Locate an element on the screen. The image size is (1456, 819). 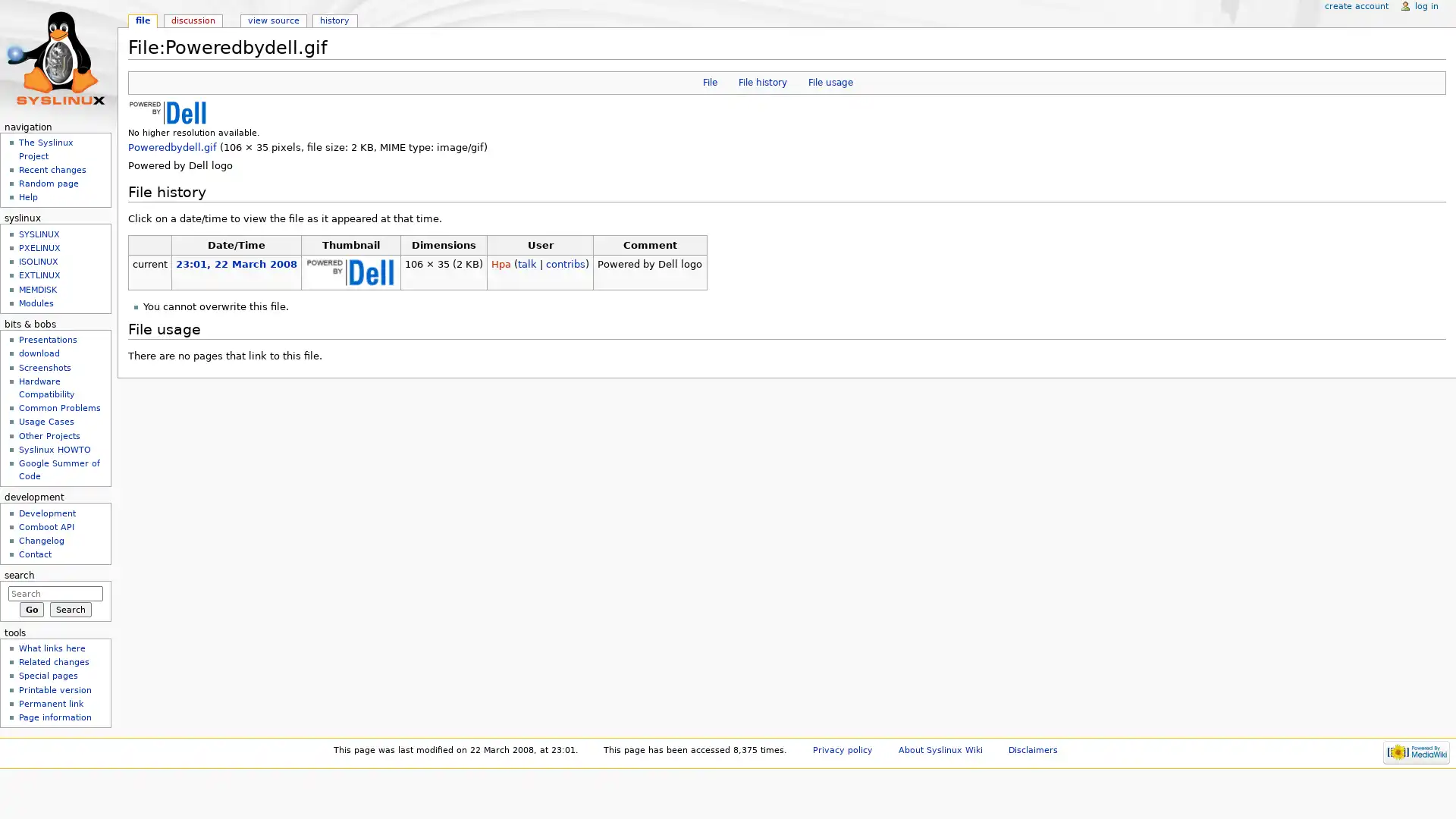
Search is located at coordinates (70, 608).